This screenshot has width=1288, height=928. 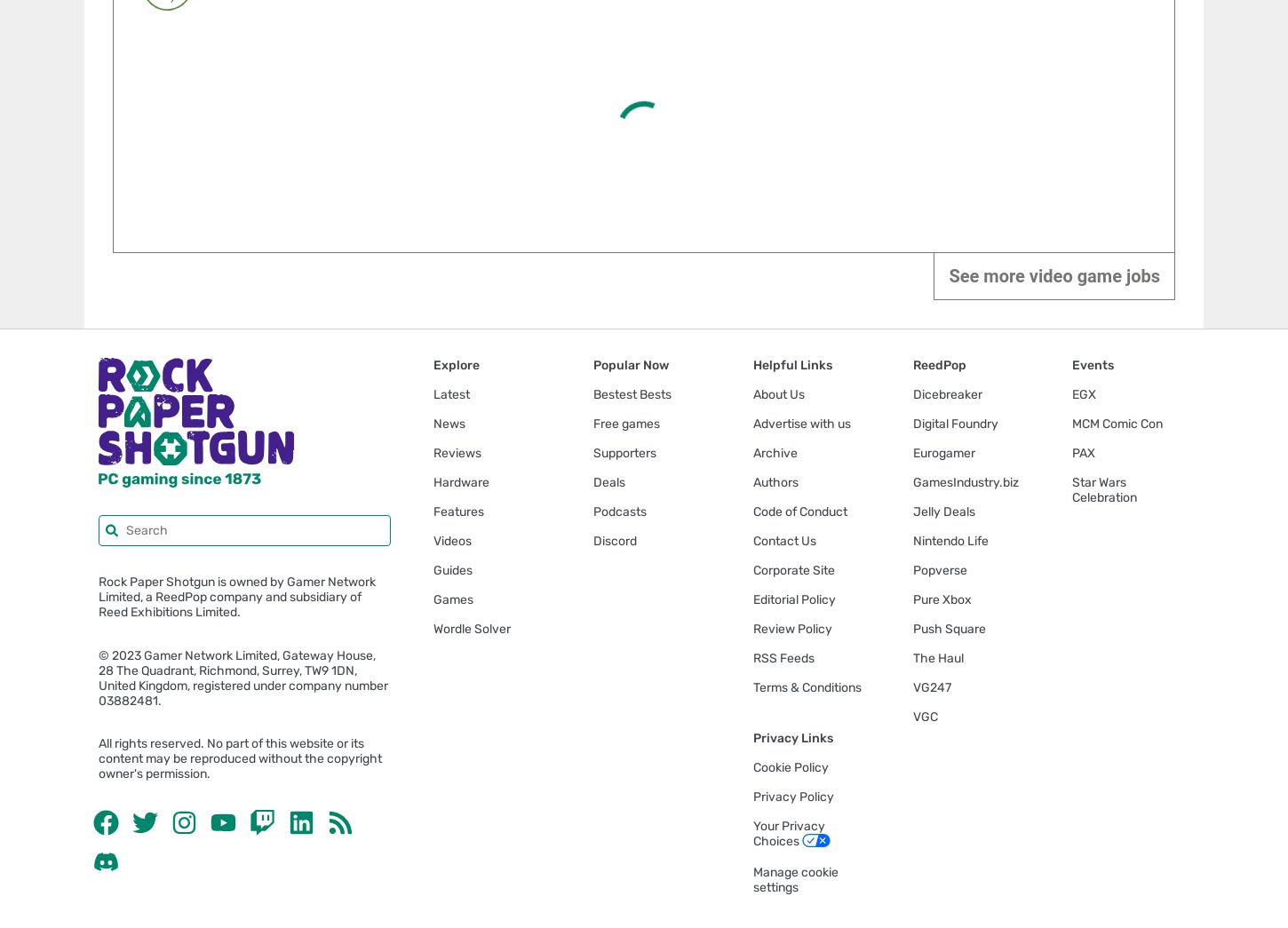 I want to click on 'Discord', so click(x=614, y=539).